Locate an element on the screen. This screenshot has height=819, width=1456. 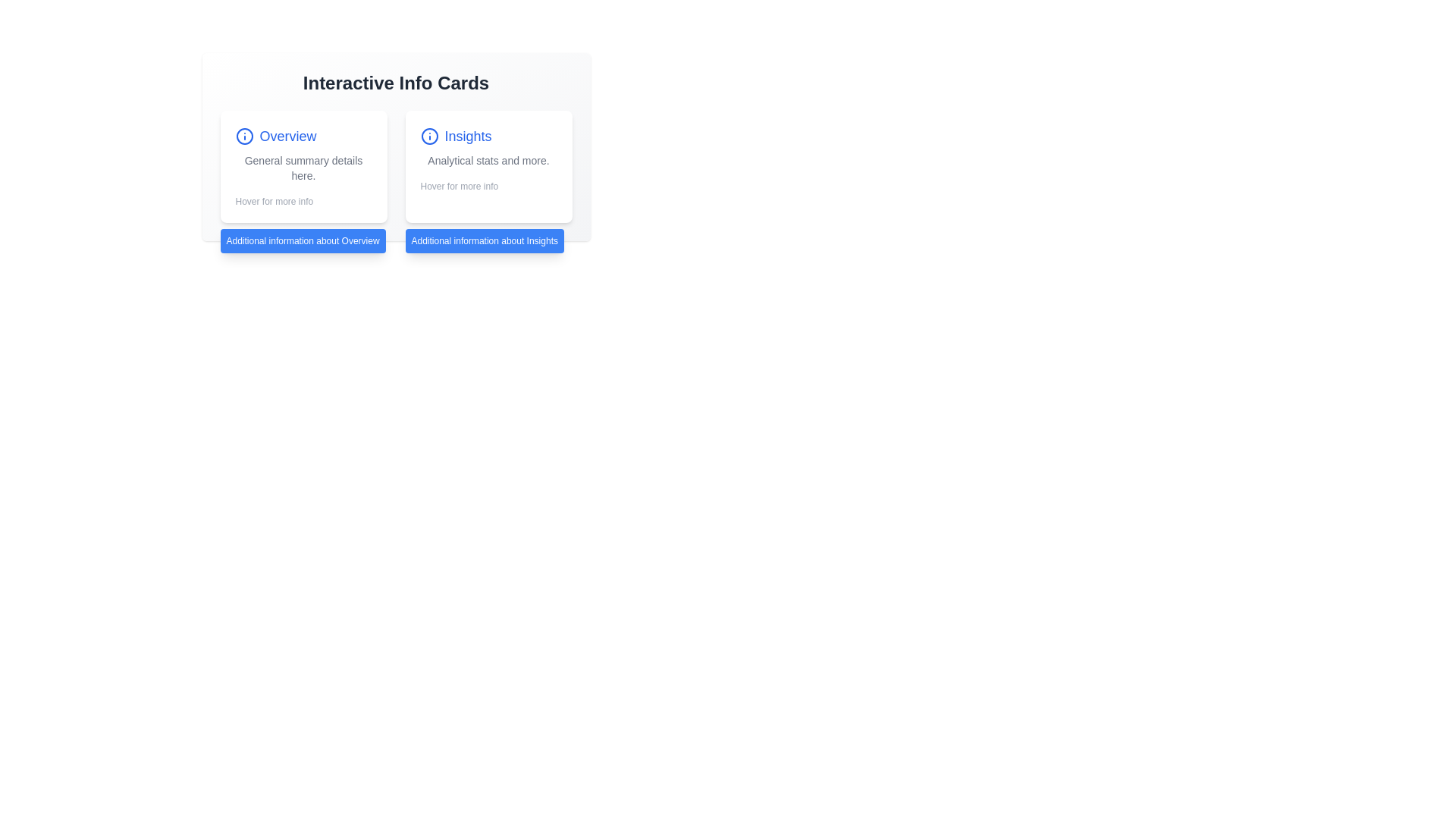
the illustrative icon located at the center of the 'Insights' card is located at coordinates (428, 136).